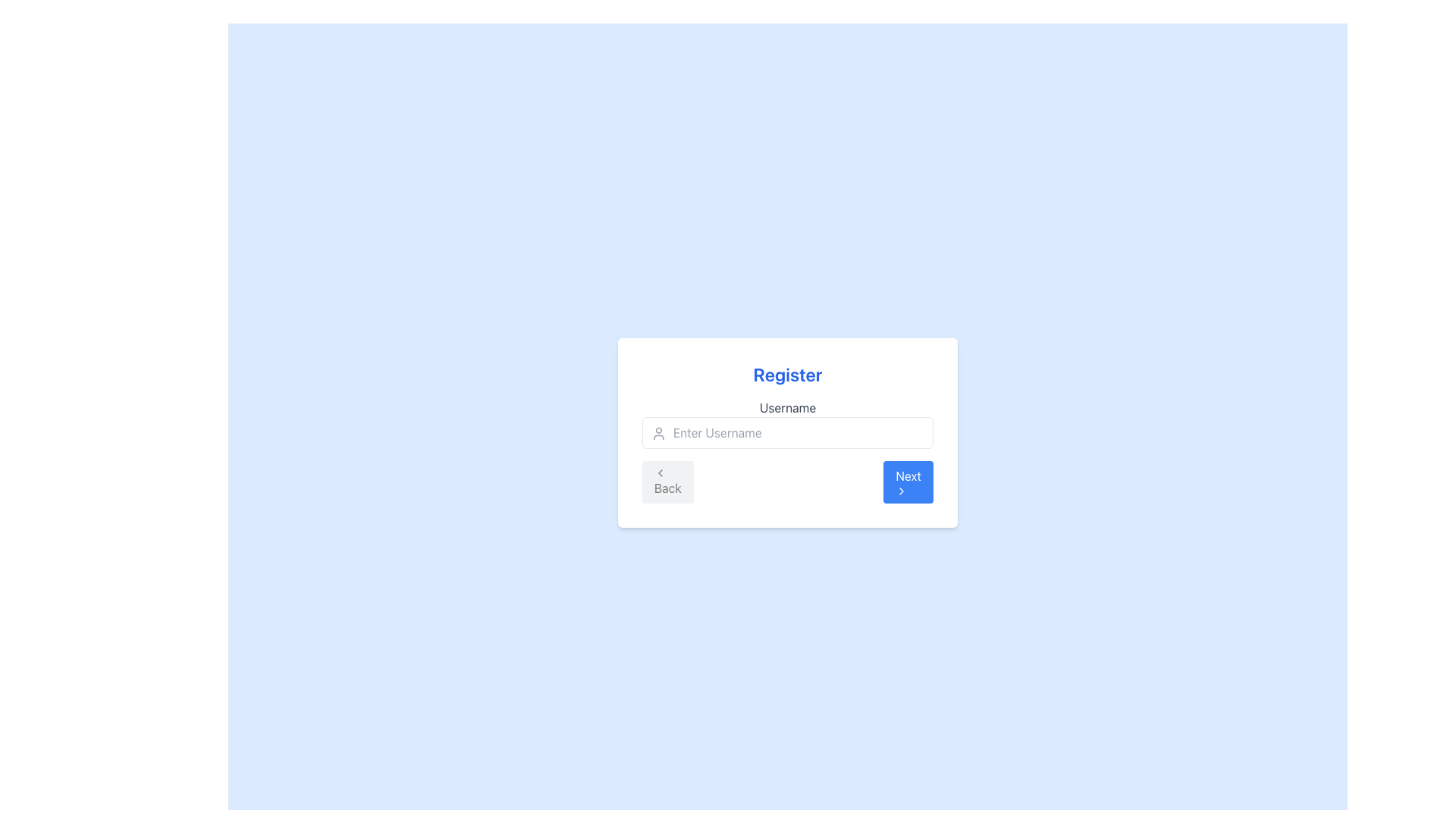  I want to click on the Decorative Icon, which is a user icon resembling a circular head and rounded rectangle body, located inside the username input field labeled 'Enter Username', so click(658, 433).